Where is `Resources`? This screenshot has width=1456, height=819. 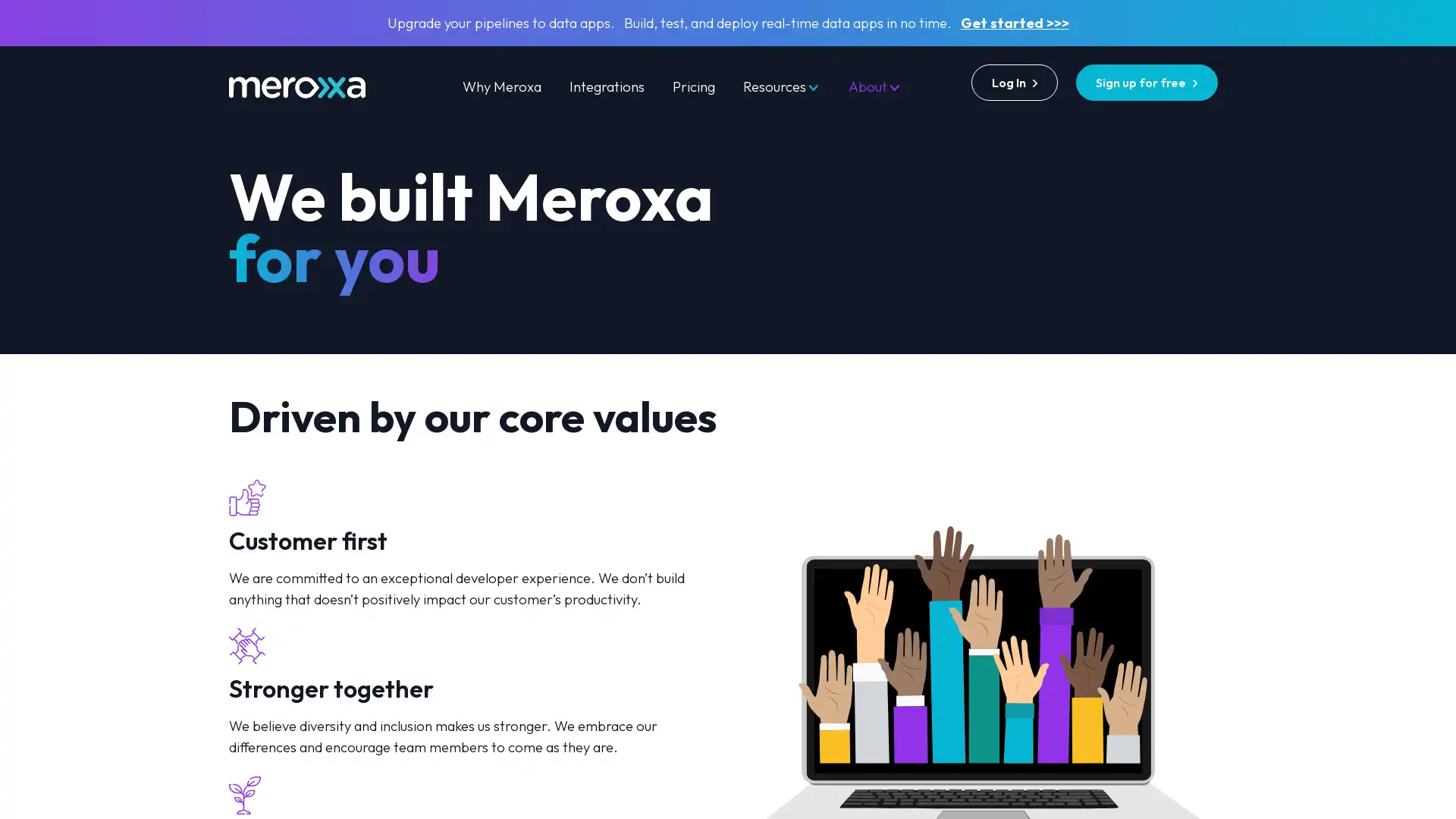
Resources is located at coordinates (781, 87).